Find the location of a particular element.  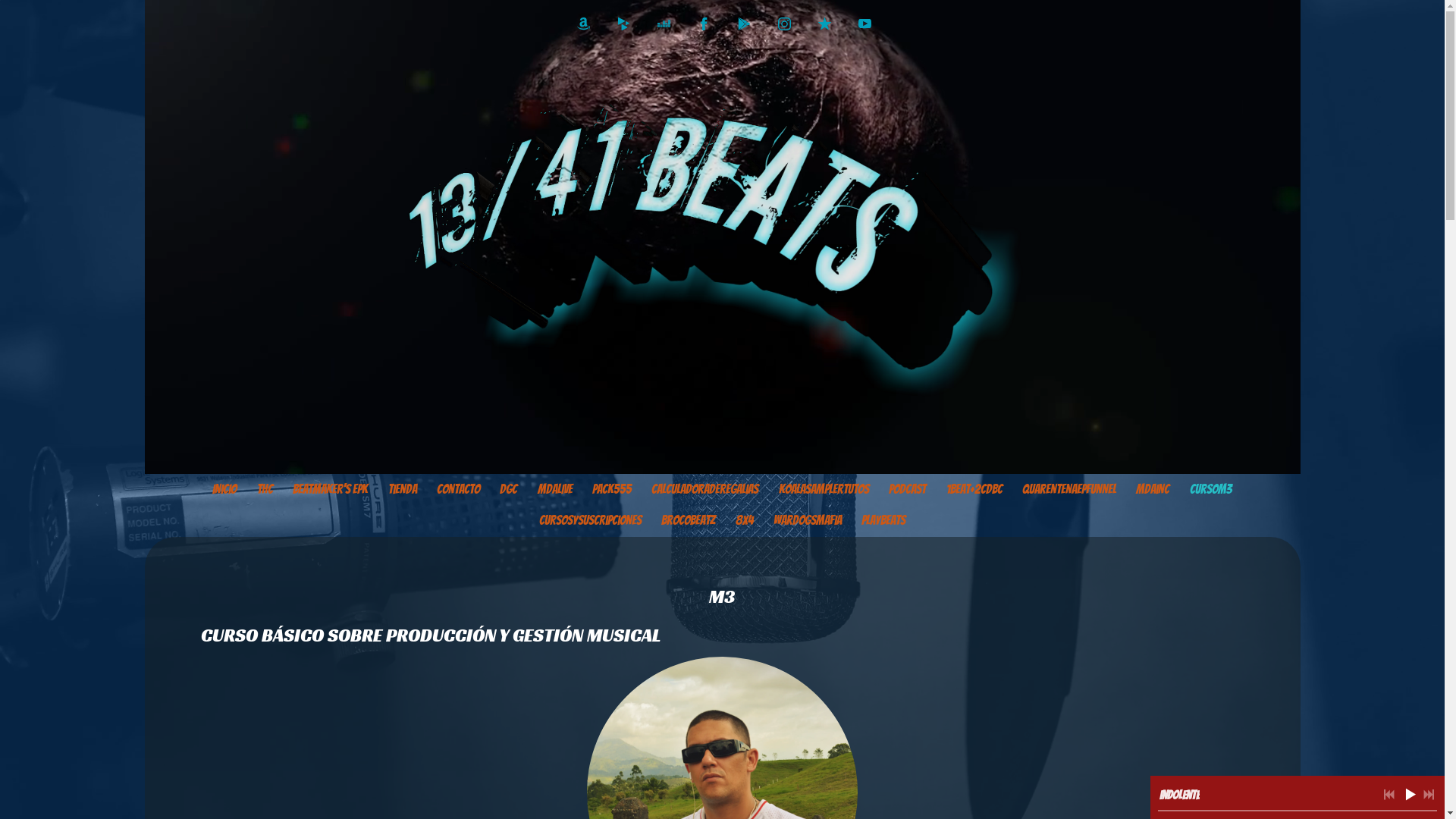

'Reproducir' is located at coordinates (1400, 792).